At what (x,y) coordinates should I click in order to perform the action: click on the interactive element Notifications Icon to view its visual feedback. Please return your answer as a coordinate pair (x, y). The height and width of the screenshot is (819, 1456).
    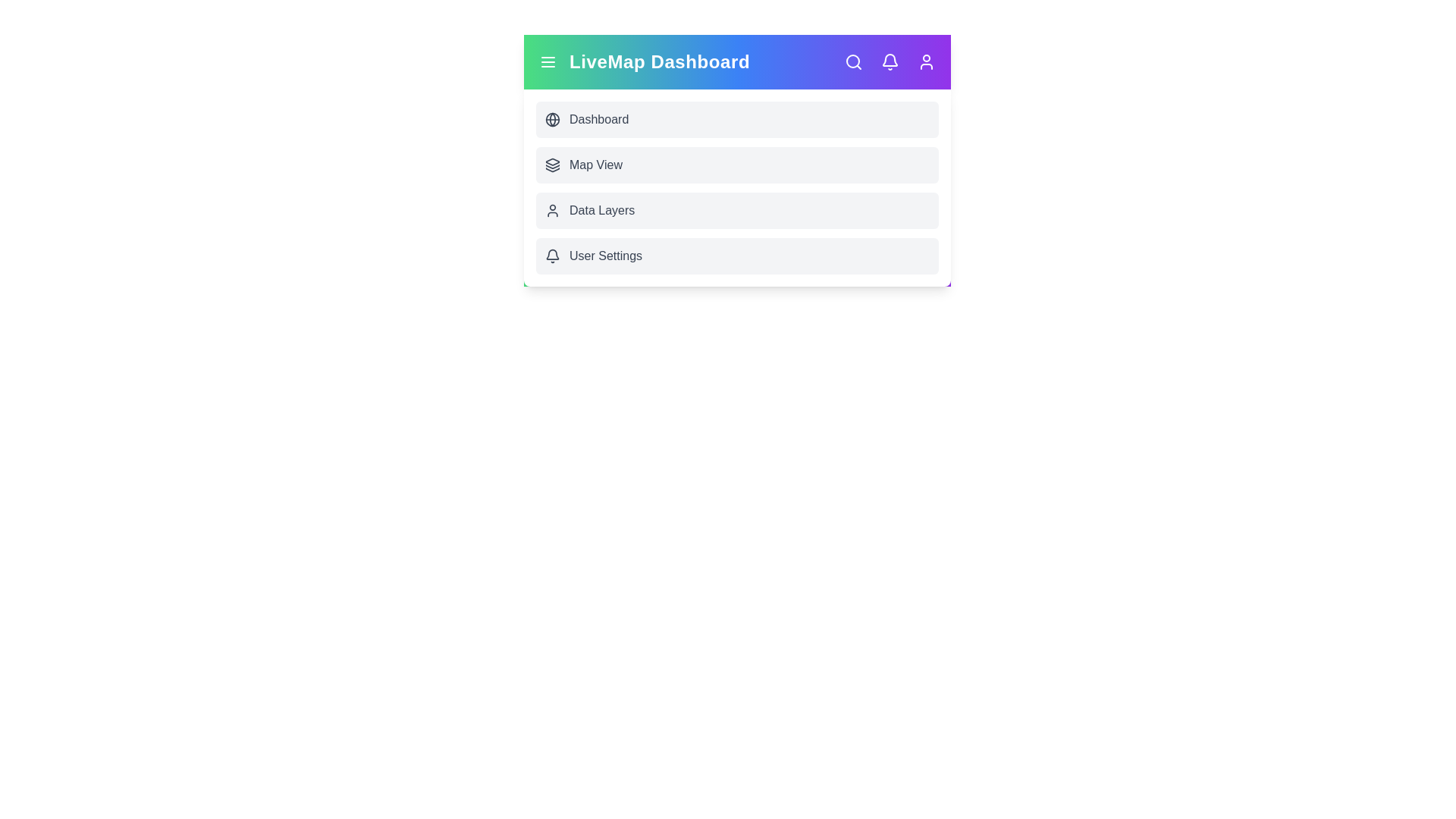
    Looking at the image, I should click on (890, 61).